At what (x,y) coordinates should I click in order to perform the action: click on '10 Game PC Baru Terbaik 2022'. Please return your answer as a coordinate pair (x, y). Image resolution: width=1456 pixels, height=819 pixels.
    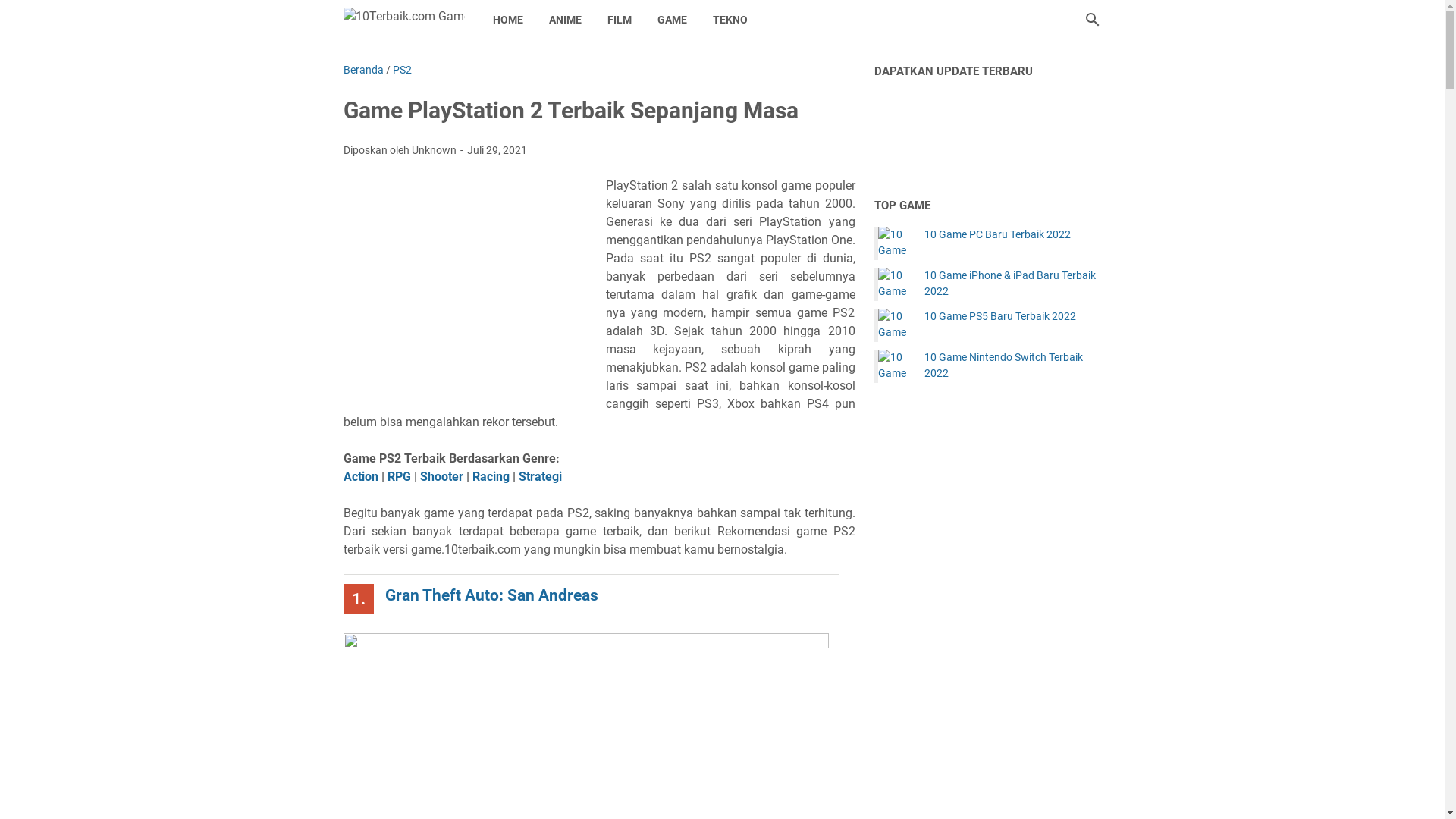
    Looking at the image, I should click on (923, 234).